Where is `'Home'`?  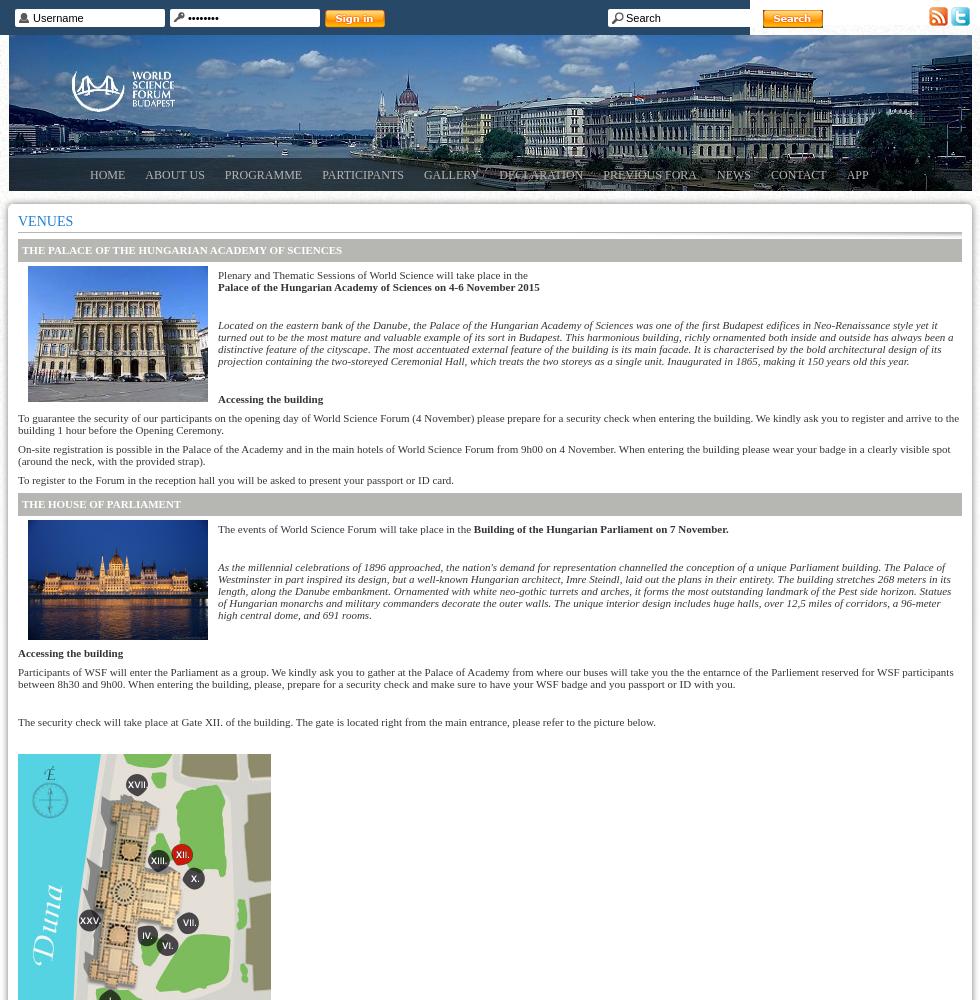
'Home' is located at coordinates (107, 175).